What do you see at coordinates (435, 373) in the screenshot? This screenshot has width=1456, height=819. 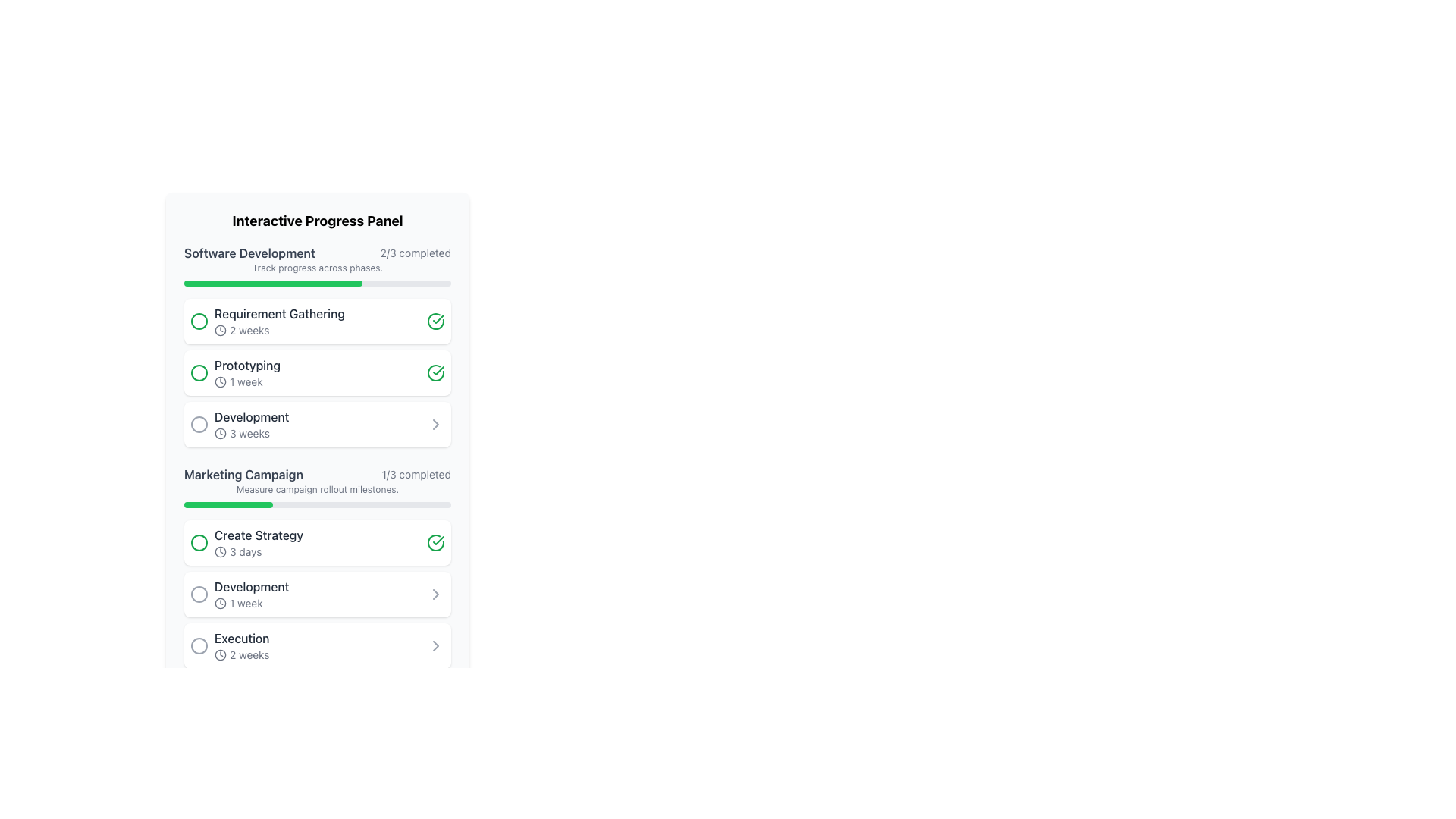 I see `the circular arc element of the check-circle icon in the SVG graphic, which is styled with a green color and a 2-pixel border, located in the center right of the 'Prototyping' entry in the 'Software Development' section of the progress panel` at bounding box center [435, 373].